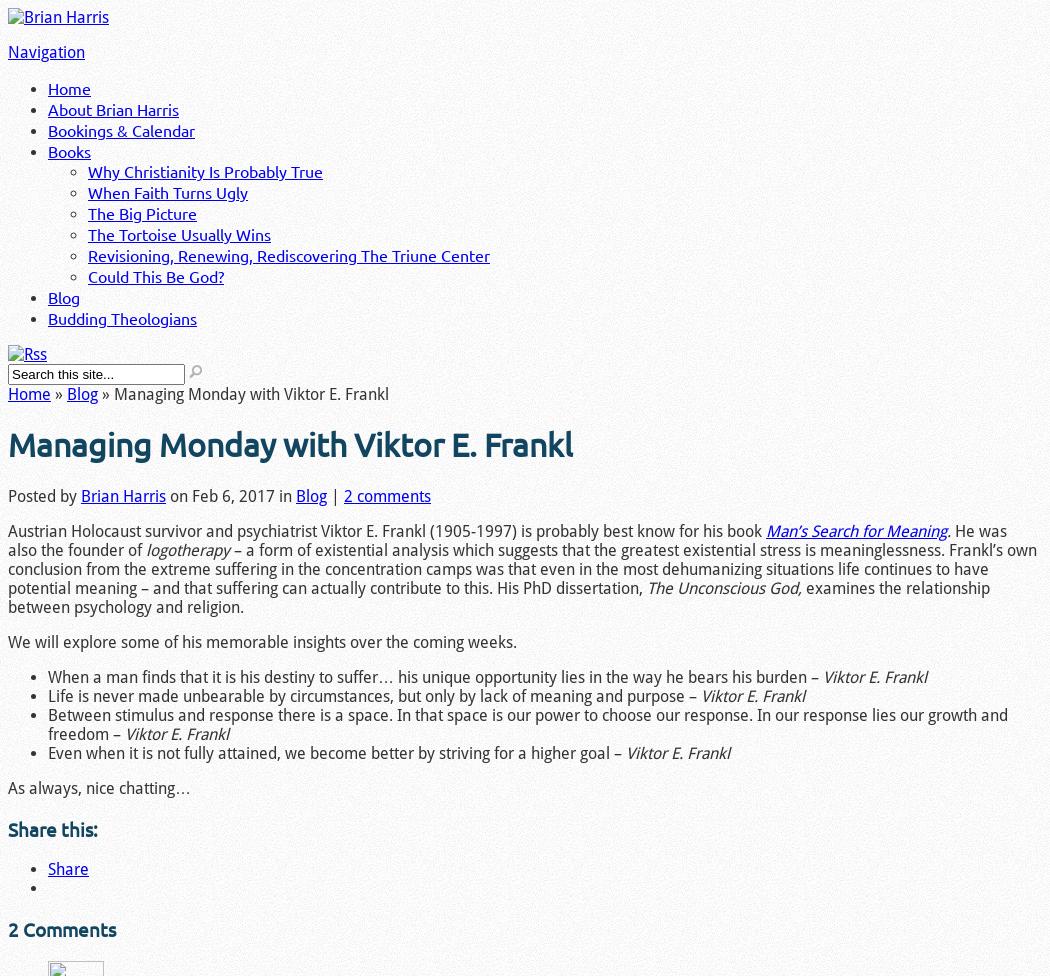 This screenshot has width=1050, height=976. Describe the element at coordinates (287, 255) in the screenshot. I see `'Revisioning, Renewing, Rediscovering The Triune Center'` at that location.